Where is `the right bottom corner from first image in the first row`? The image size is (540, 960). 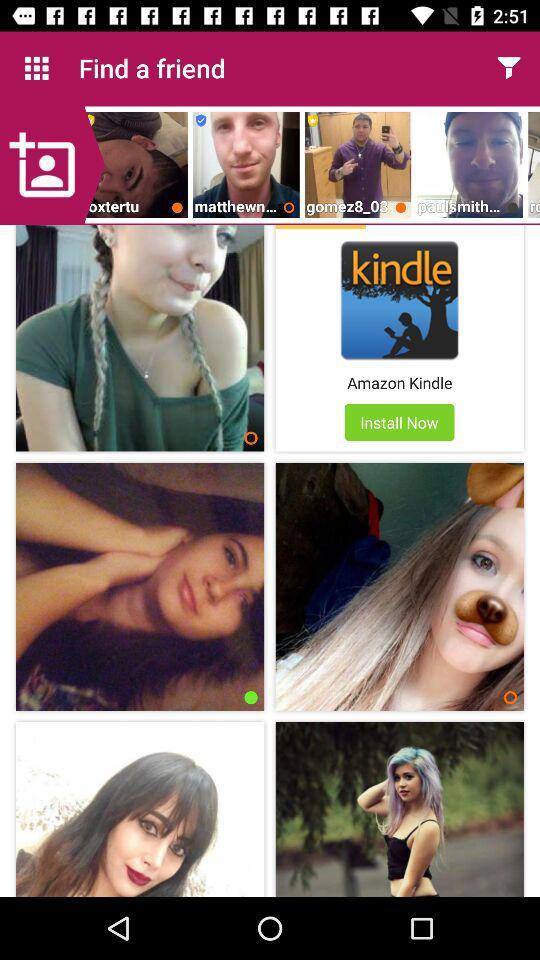
the right bottom corner from first image in the first row is located at coordinates (251, 438).